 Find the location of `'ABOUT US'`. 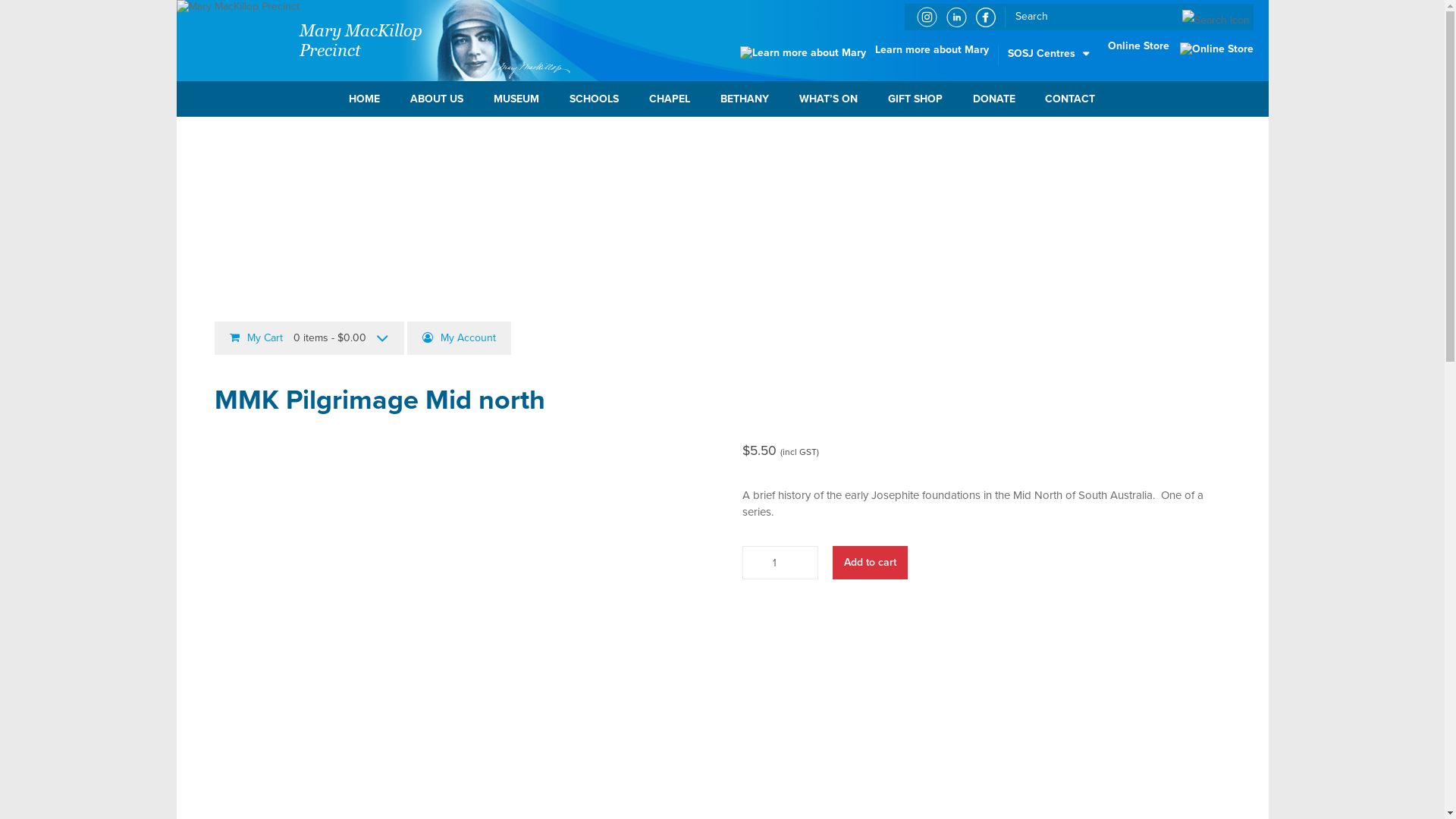

'ABOUT US' is located at coordinates (436, 99).